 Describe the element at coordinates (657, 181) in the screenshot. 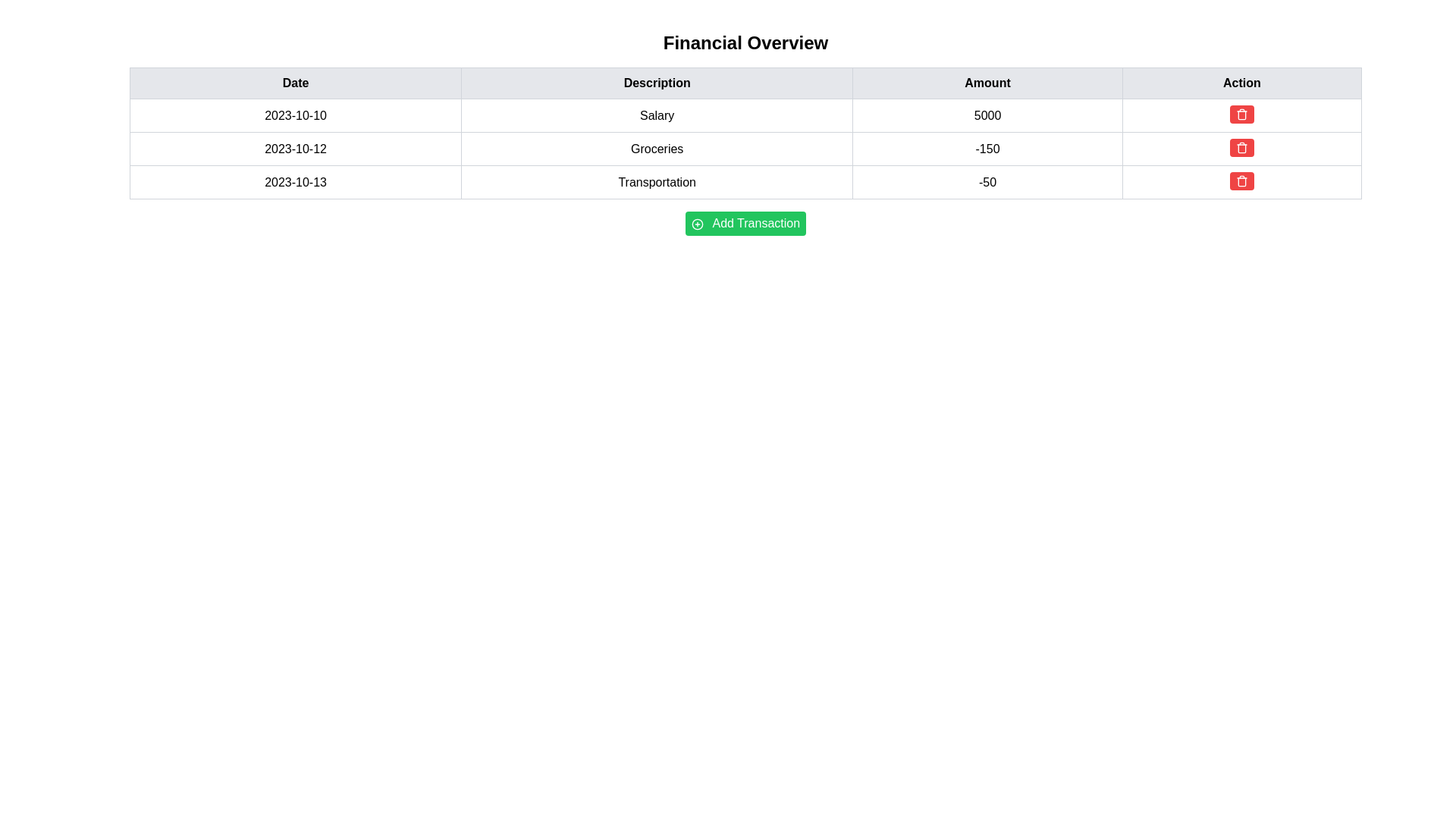

I see `the 'Transportation' text label in the second cell of the row labelled '2023-10-13' under the 'Description' column` at that location.